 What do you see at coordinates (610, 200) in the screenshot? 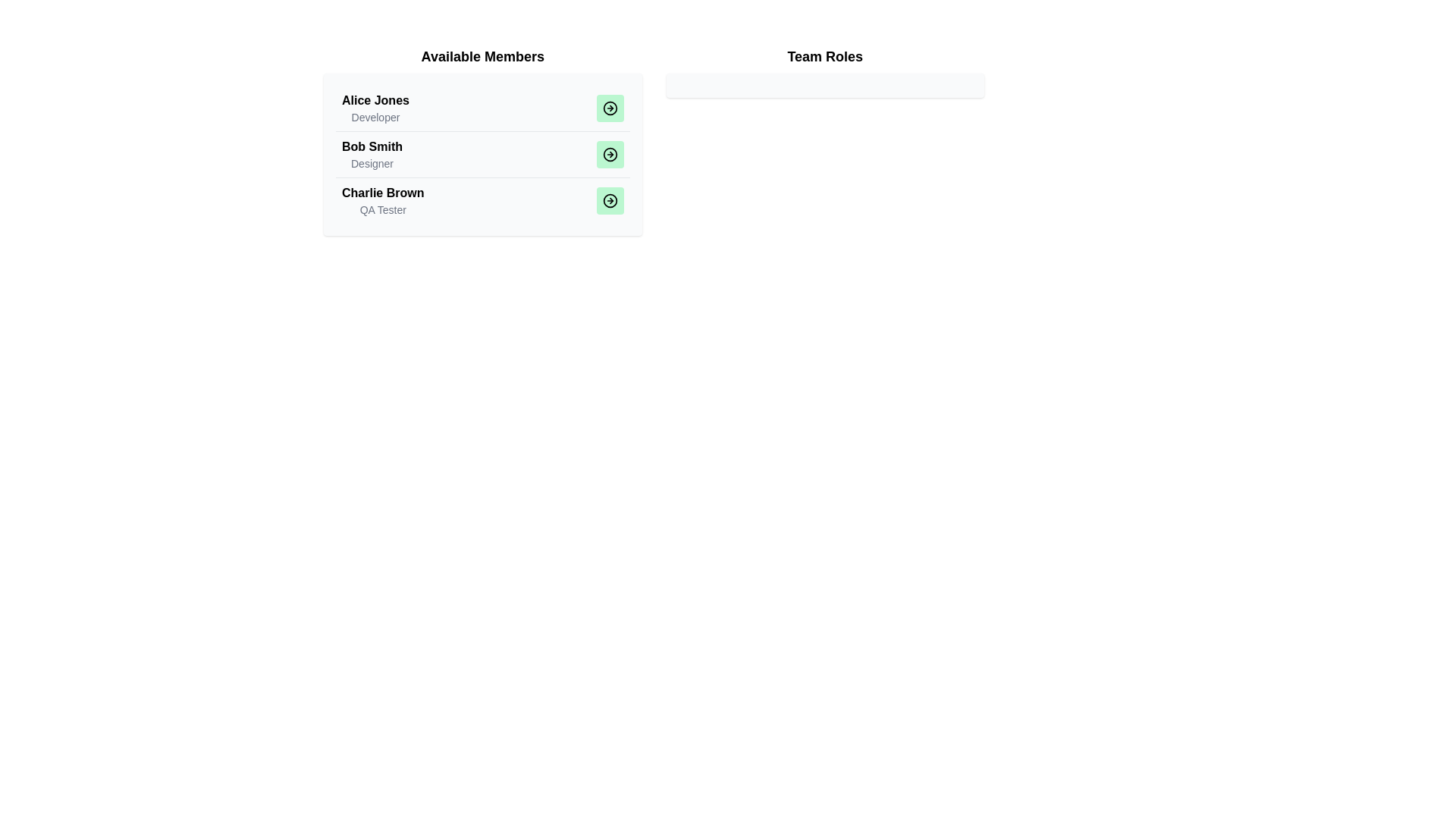
I see `the button corresponding to Charlie Brown` at bounding box center [610, 200].